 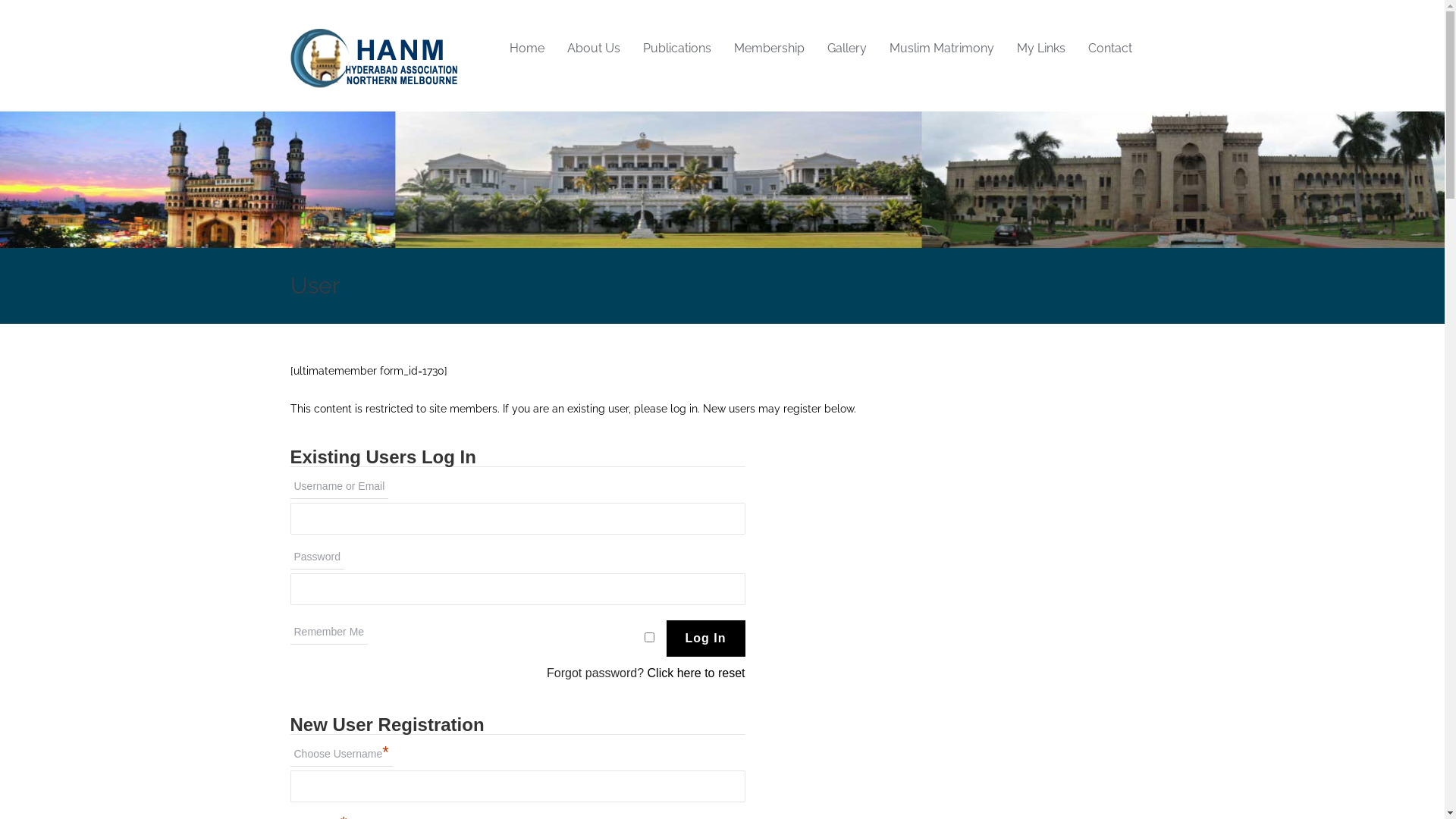 I want to click on 'Publications', so click(x=630, y=48).